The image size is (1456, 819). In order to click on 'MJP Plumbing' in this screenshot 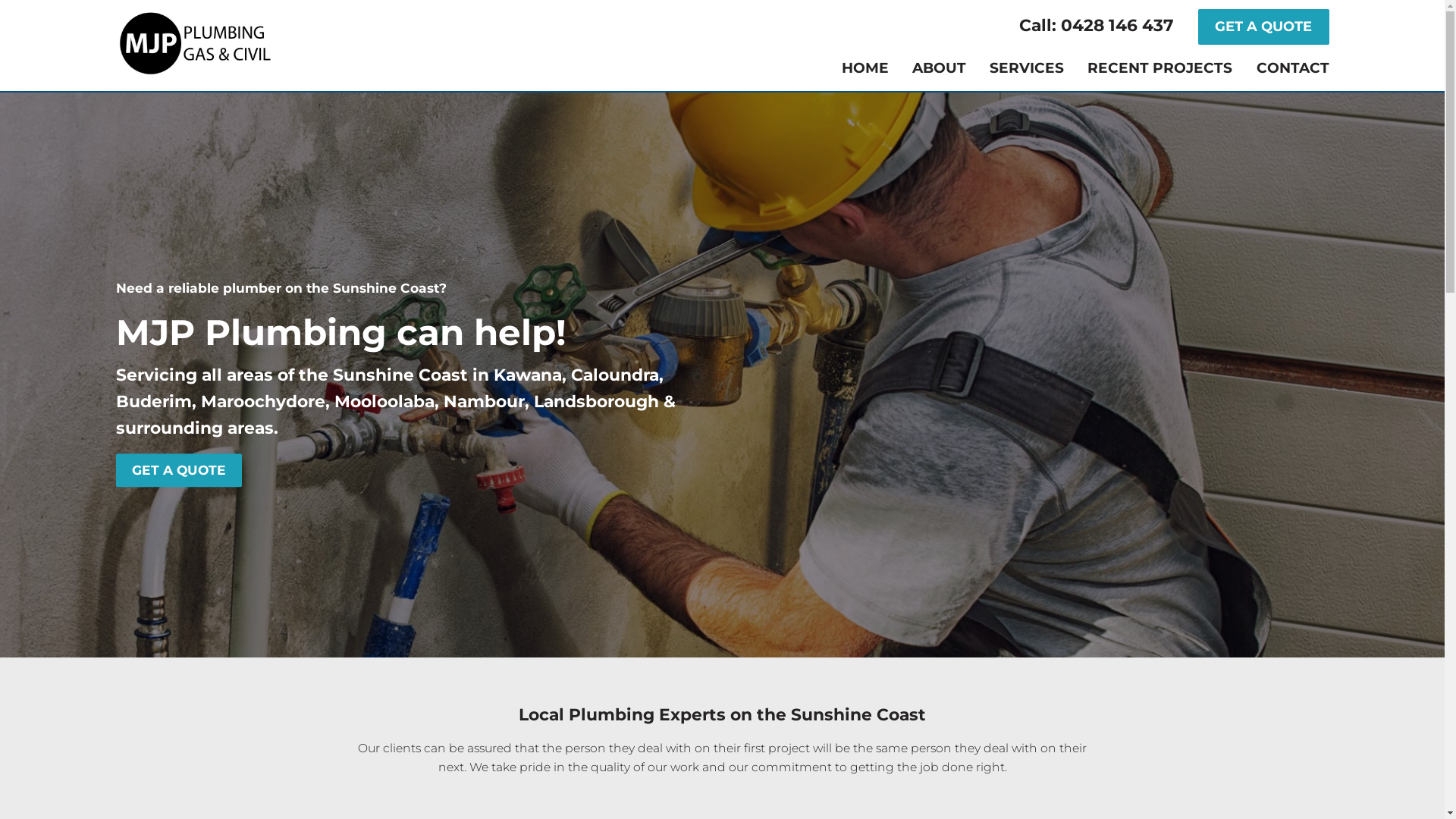, I will do `click(193, 42)`.